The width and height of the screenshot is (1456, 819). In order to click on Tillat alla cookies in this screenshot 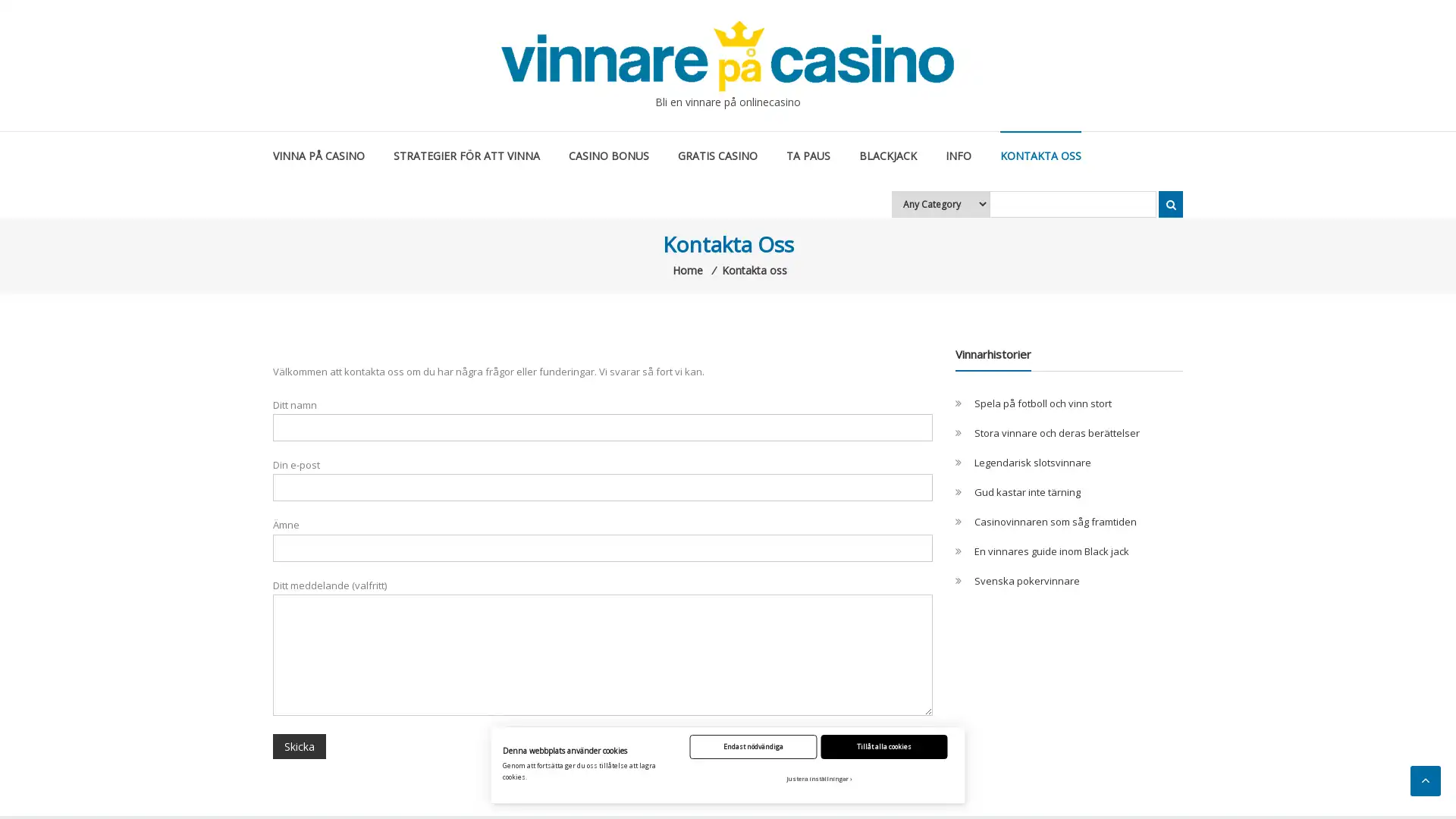, I will do `click(883, 745)`.